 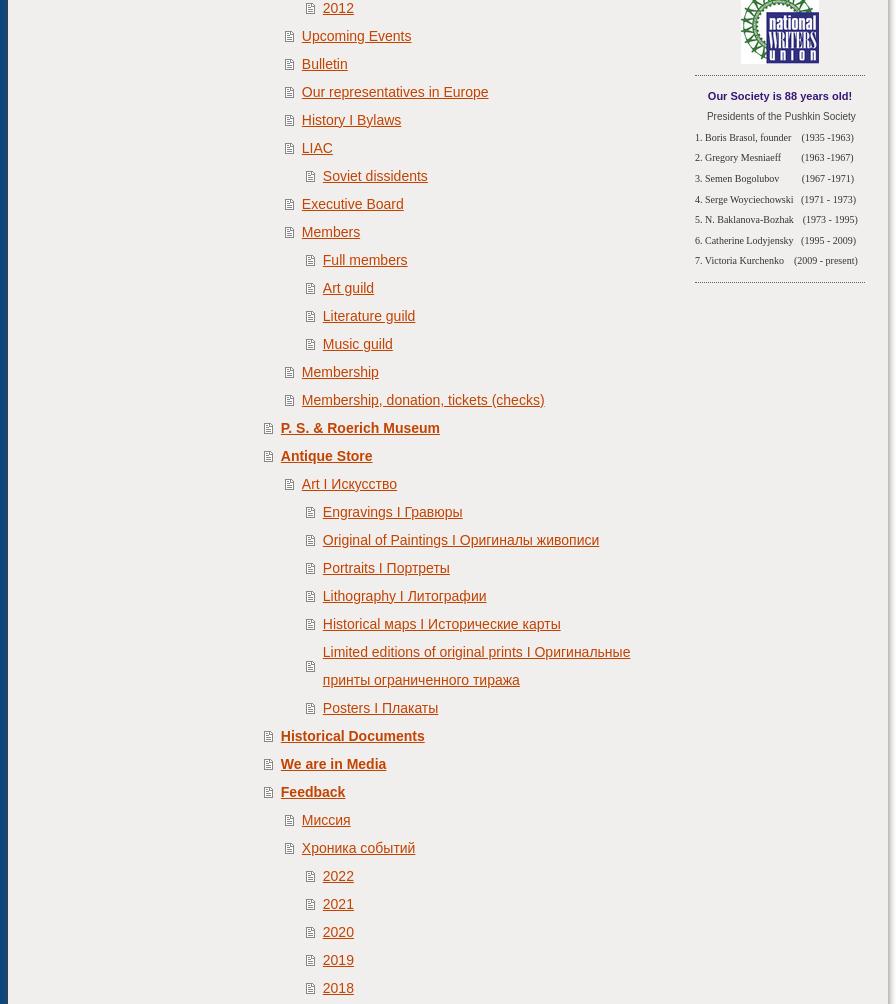 What do you see at coordinates (779, 94) in the screenshot?
I see `'Оur Society is 88 years old!'` at bounding box center [779, 94].